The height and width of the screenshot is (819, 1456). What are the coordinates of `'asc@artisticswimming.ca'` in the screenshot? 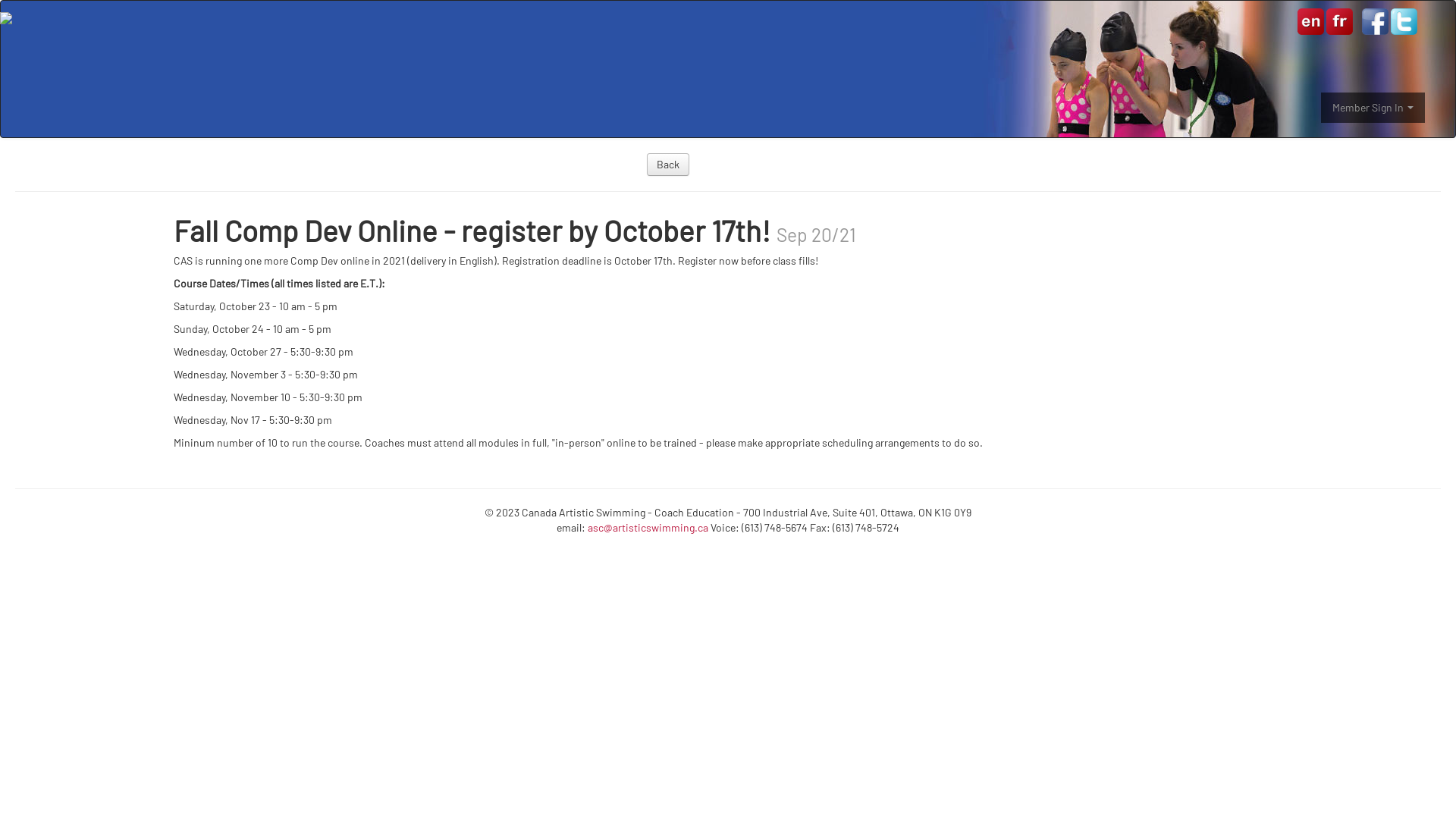 It's located at (648, 526).